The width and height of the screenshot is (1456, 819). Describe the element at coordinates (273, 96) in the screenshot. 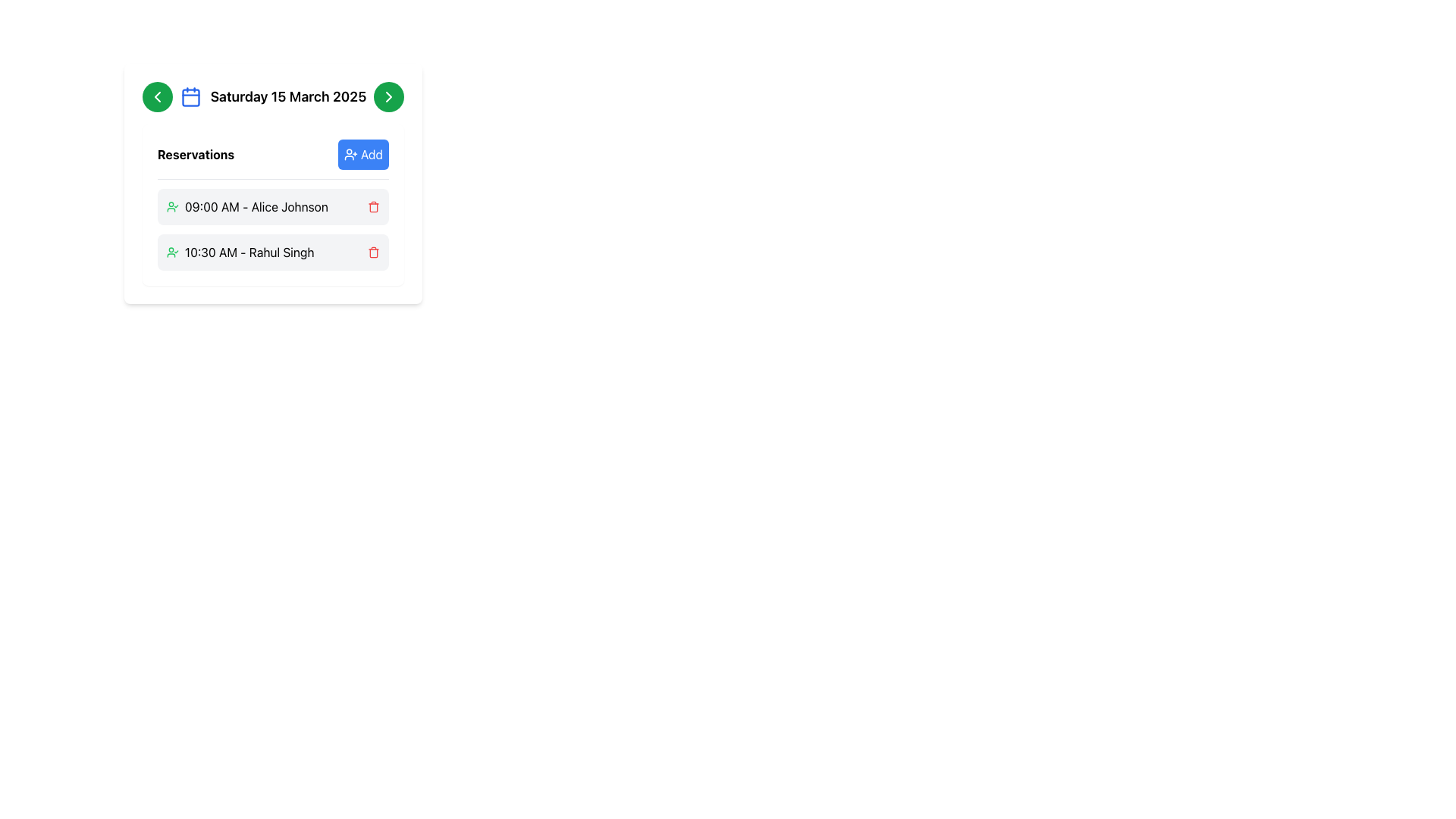

I see `the text label displaying the selected date for reservations, which is centrally positioned between two green circular buttons with chevron icons` at that location.